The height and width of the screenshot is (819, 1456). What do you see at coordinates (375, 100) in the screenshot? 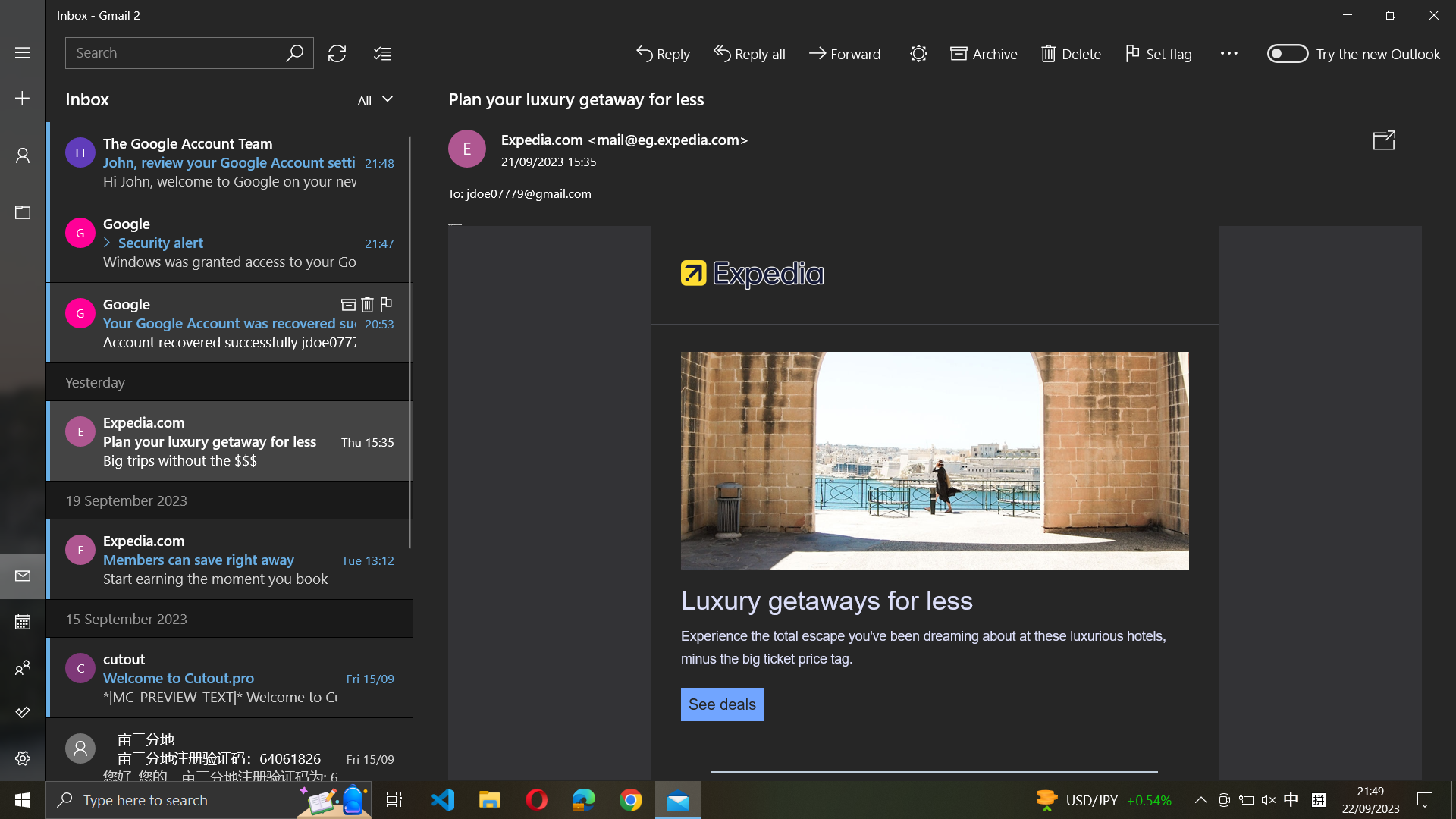
I see `all emails` at bounding box center [375, 100].